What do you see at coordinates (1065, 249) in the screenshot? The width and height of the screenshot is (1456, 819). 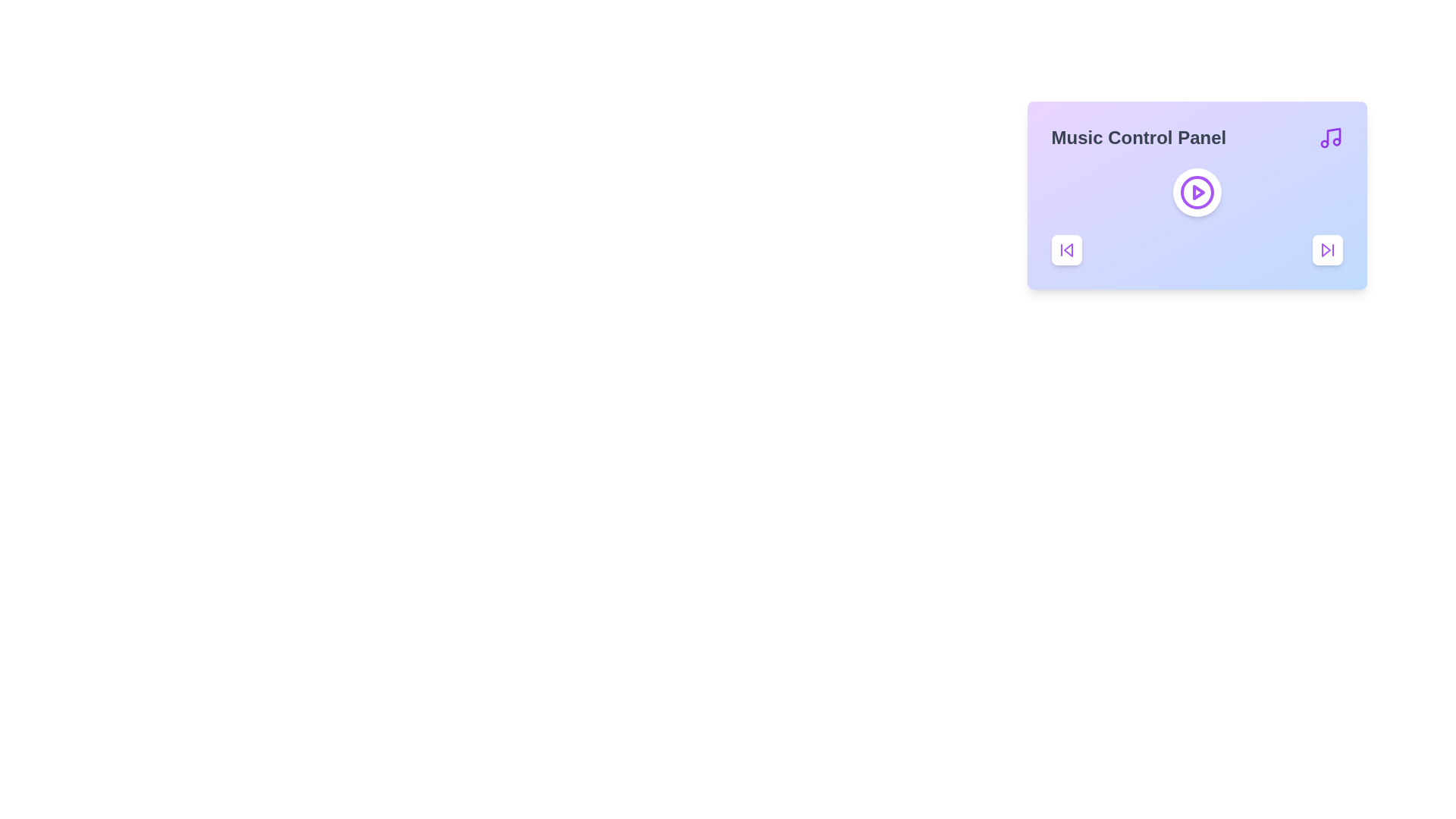 I see `the skip backwards button located at the bottom left corner of the music control panel` at bounding box center [1065, 249].